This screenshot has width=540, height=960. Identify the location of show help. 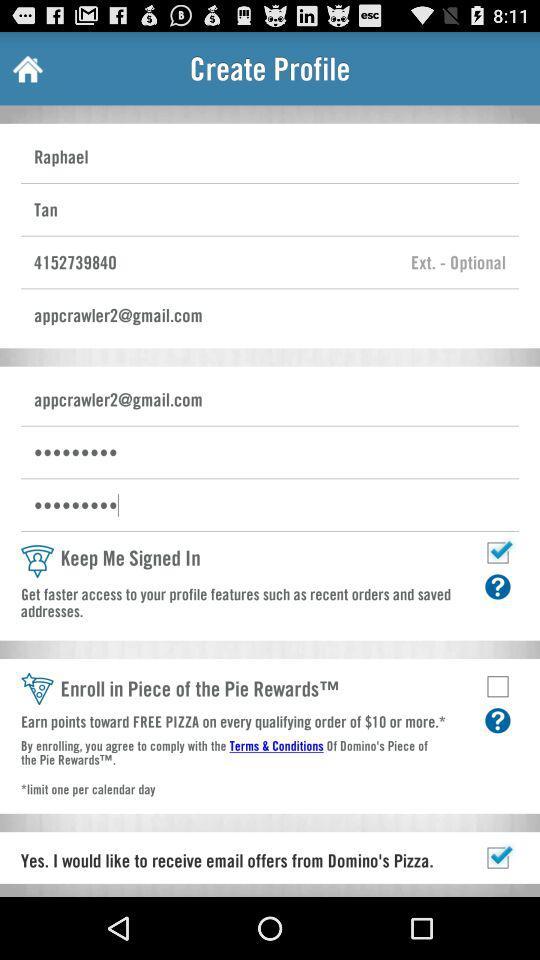
(496, 720).